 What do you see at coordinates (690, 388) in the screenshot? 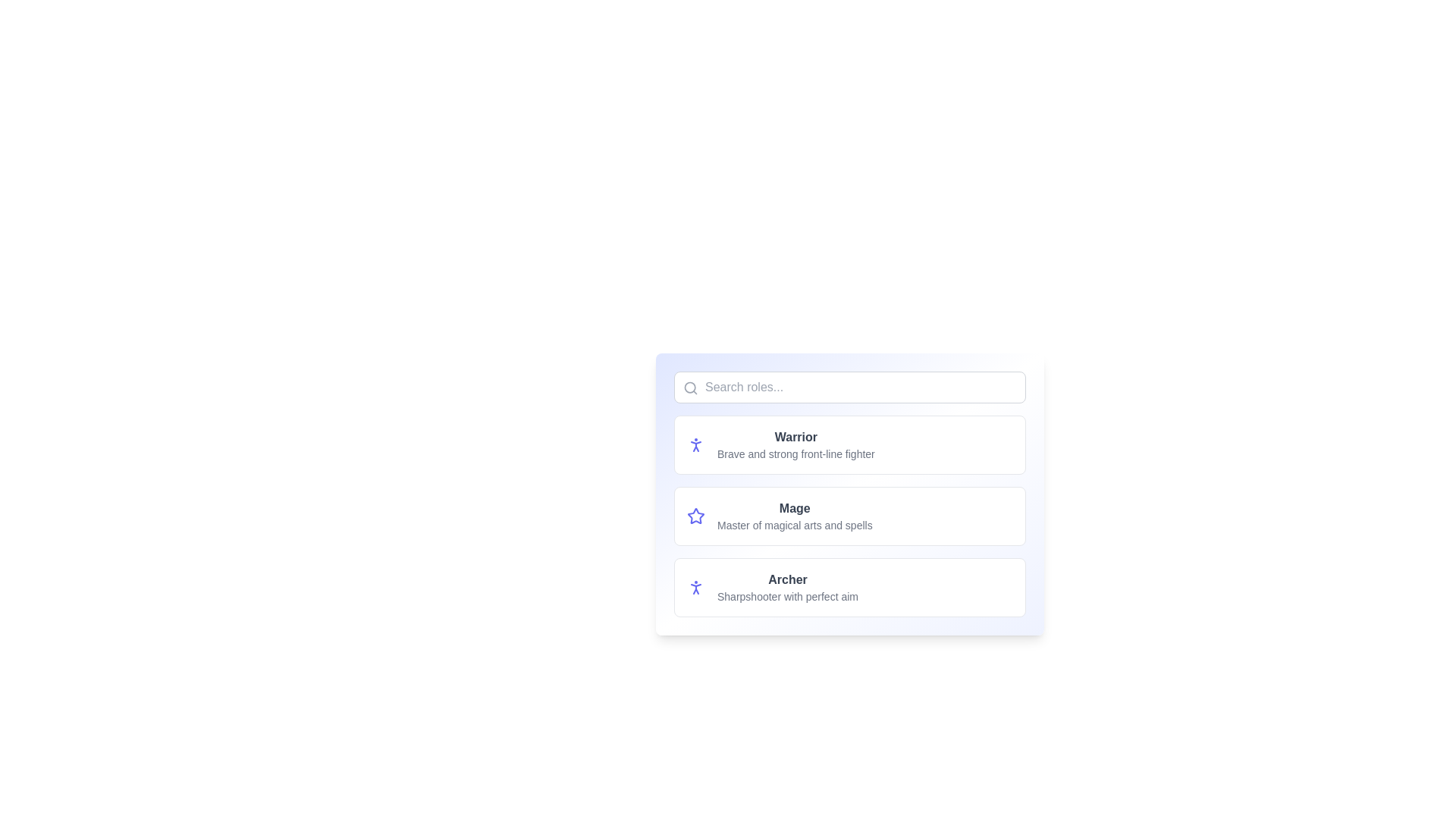
I see `the search icon, which is positioned in the top-left corner of the search input field, slightly inset towards the left and top edges` at bounding box center [690, 388].